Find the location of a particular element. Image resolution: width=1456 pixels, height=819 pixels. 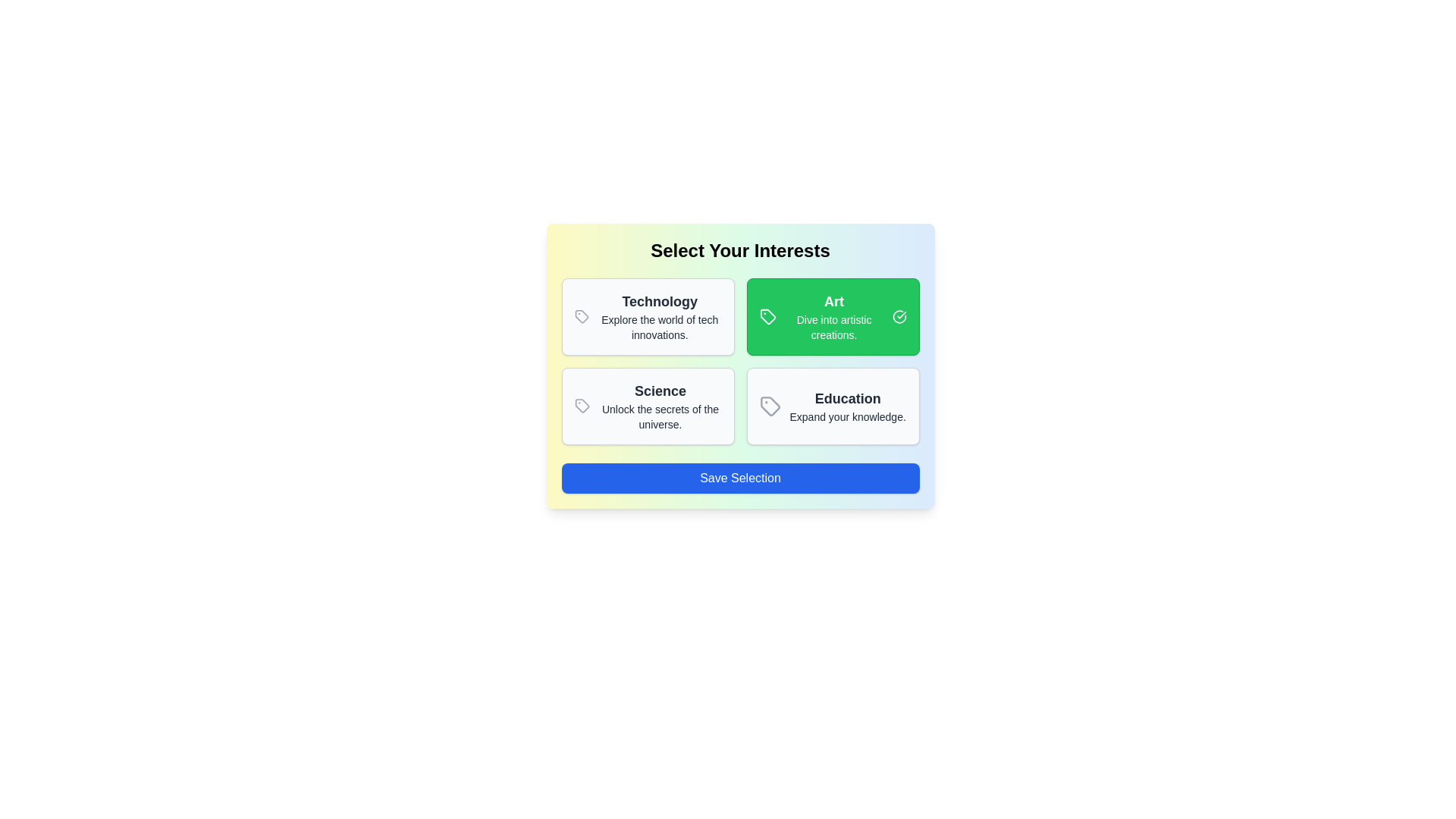

the category card for Art is located at coordinates (832, 315).